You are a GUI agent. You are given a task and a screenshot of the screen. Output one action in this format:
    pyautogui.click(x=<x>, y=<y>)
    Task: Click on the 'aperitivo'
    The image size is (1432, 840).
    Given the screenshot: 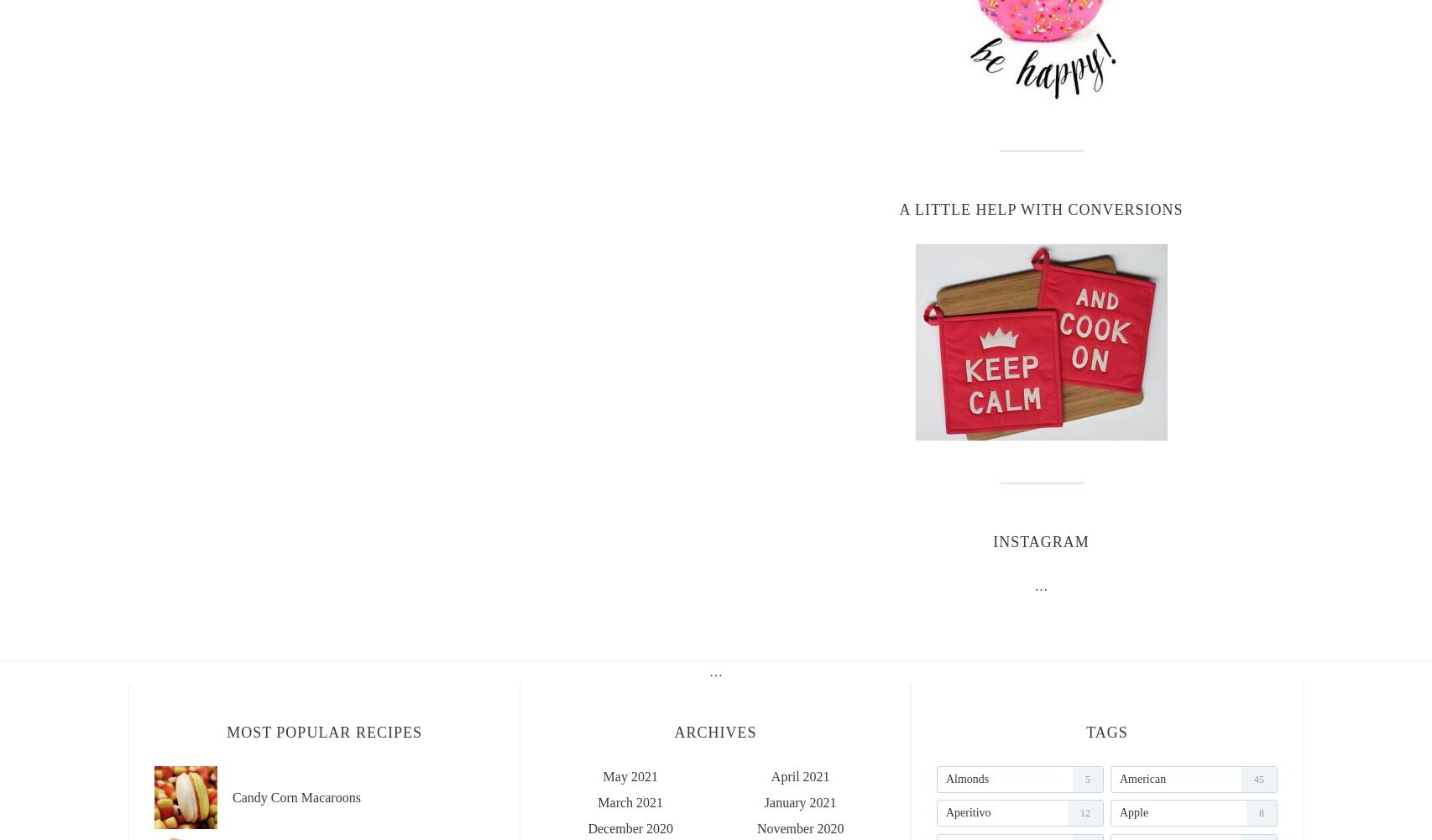 What is the action you would take?
    pyautogui.click(x=967, y=811)
    